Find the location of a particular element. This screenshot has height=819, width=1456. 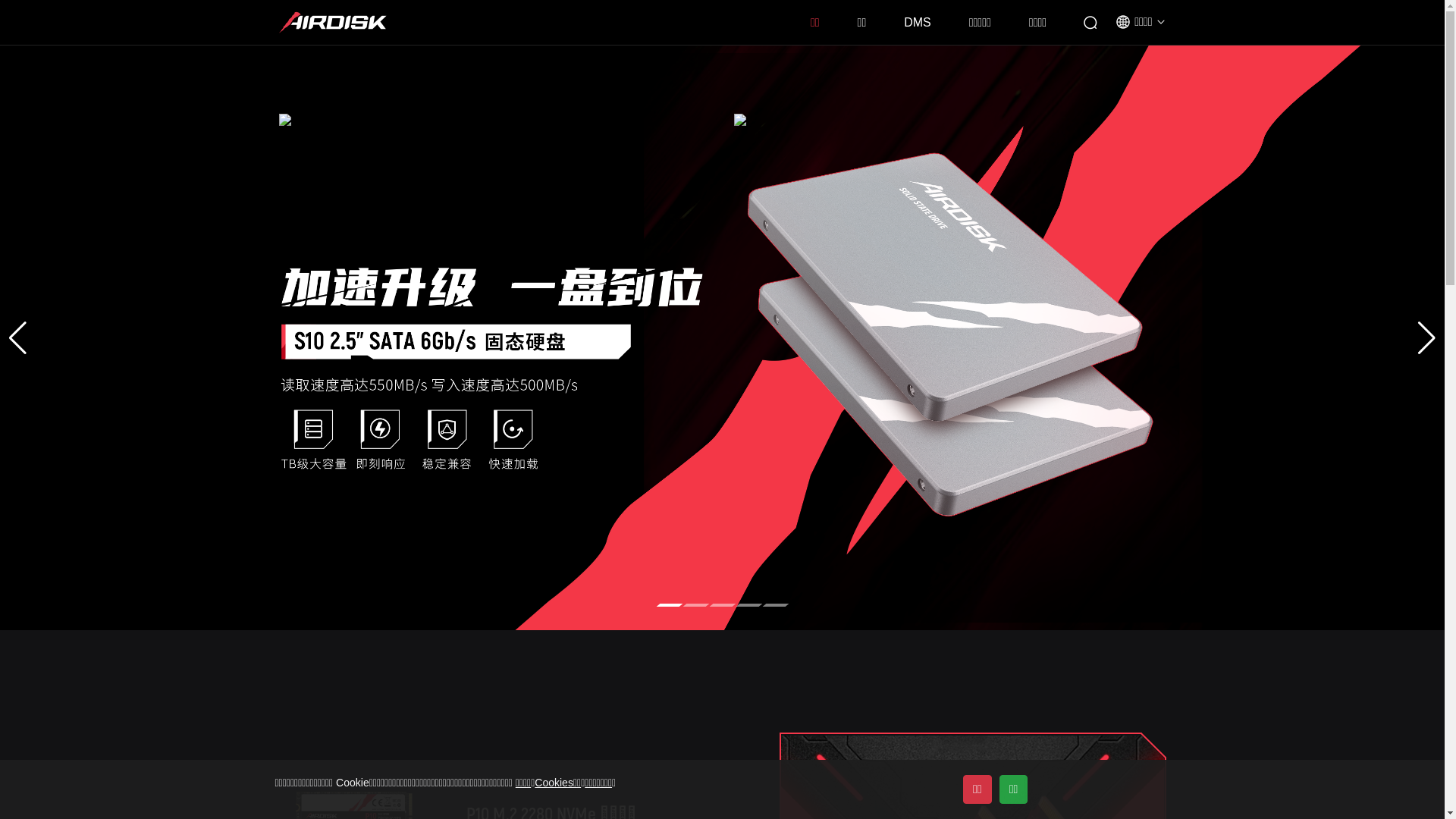

'DMS' is located at coordinates (884, 23).